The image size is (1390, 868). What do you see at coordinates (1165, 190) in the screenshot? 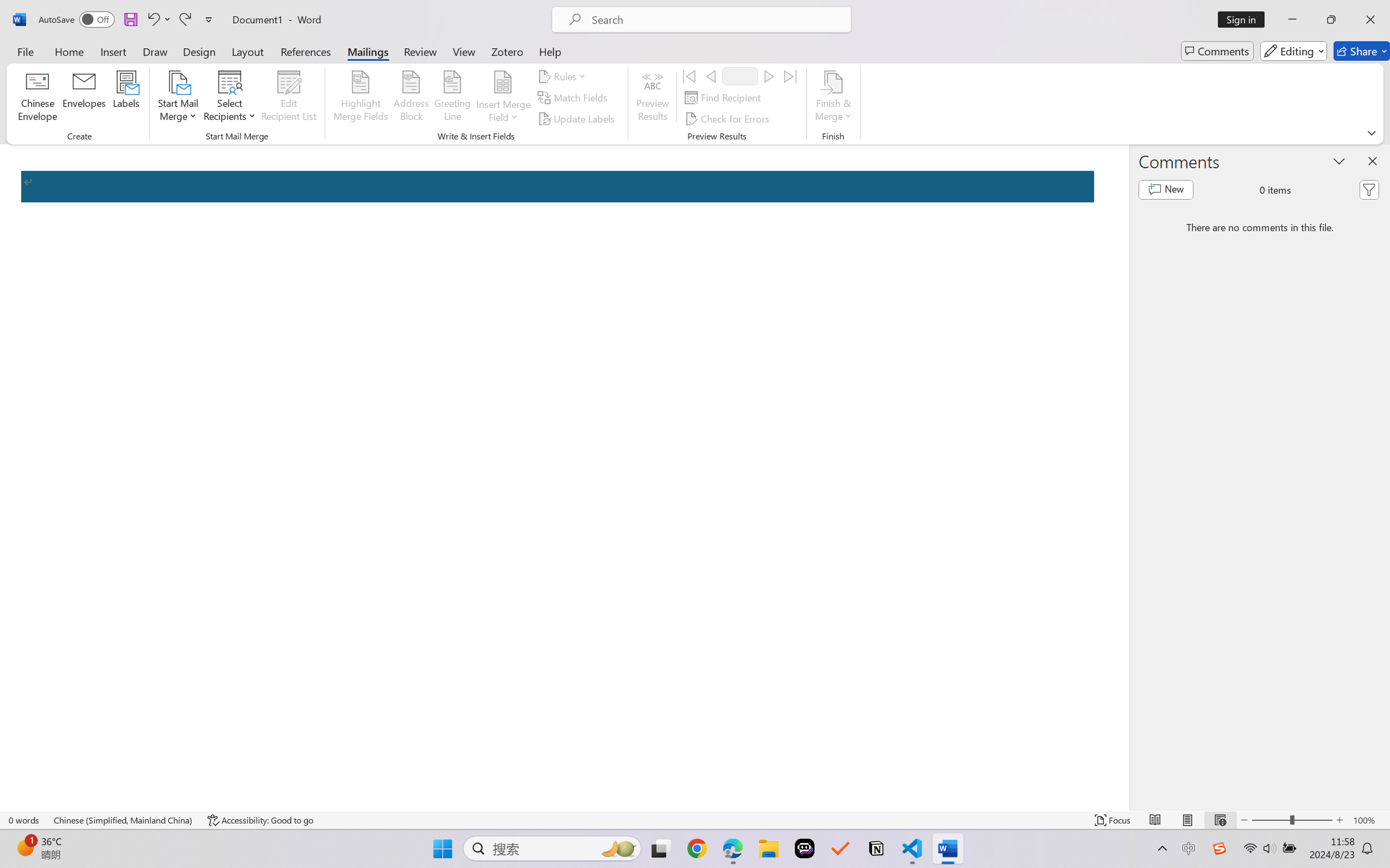
I see `'New comment'` at bounding box center [1165, 190].